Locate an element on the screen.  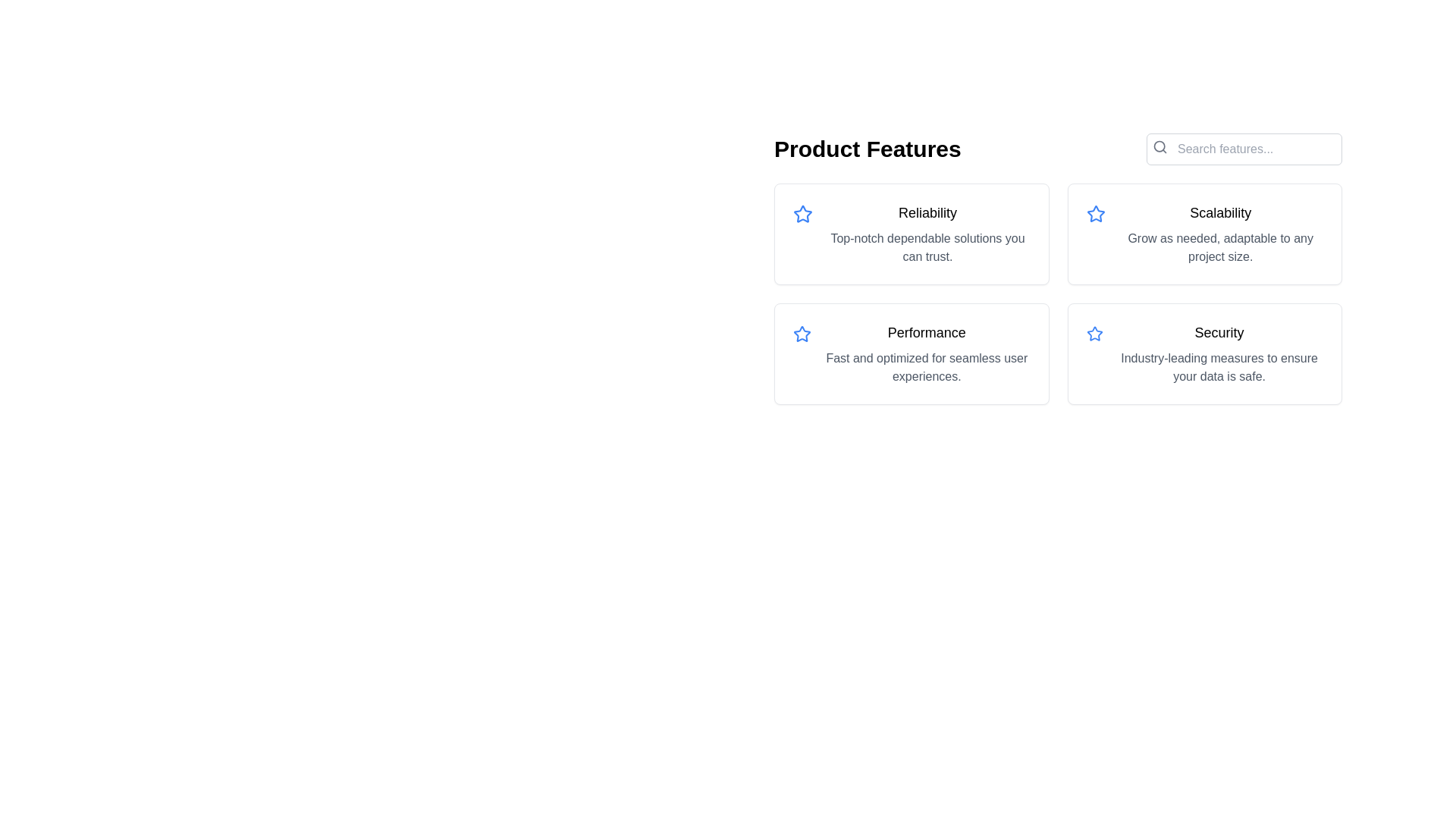
the 'Security' text label which is styled in bold and larger font, located at the top of a card in the bottom-right quadrant of a 2x2 grid layout is located at coordinates (1219, 332).